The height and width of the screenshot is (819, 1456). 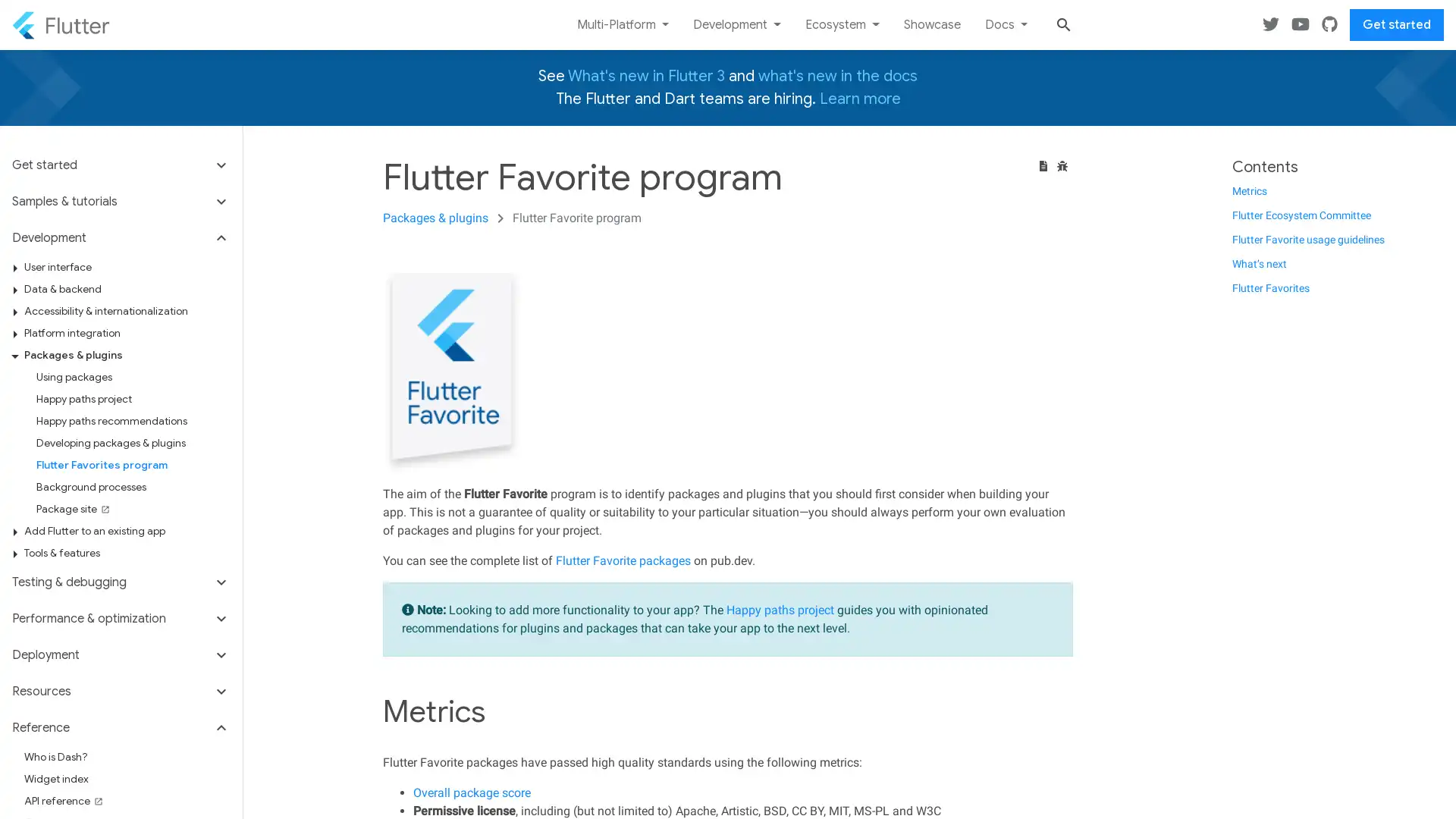 I want to click on arrow_drop_down Packages & plugins, so click(x=127, y=355).